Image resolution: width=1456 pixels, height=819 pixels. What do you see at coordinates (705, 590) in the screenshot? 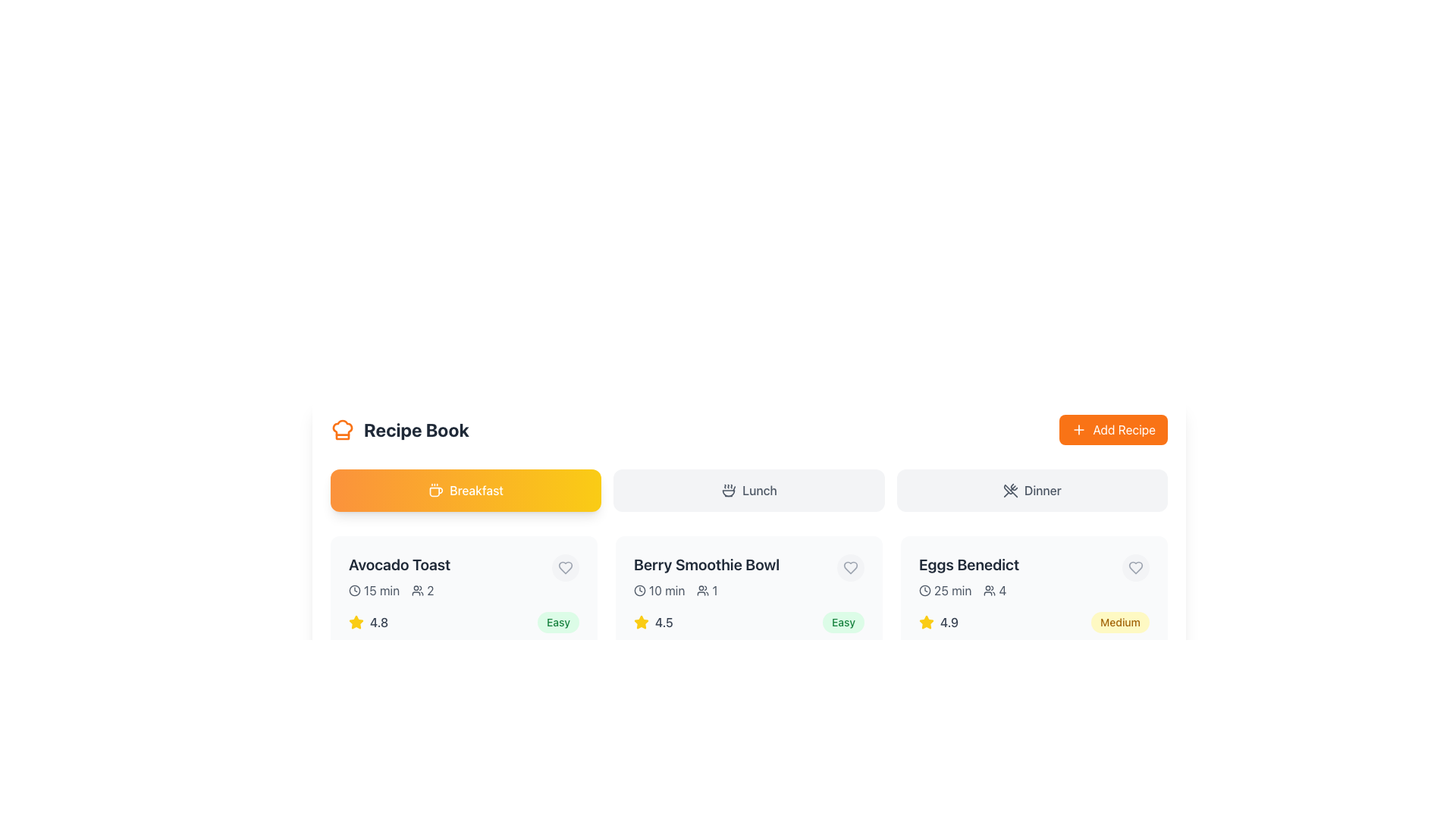
I see `the displayed preparation time and serving size information in the Text and Icon combination located within the 'Berry Smoothie Bowl' card, positioned below the card title and to the left of the star rating` at bounding box center [705, 590].